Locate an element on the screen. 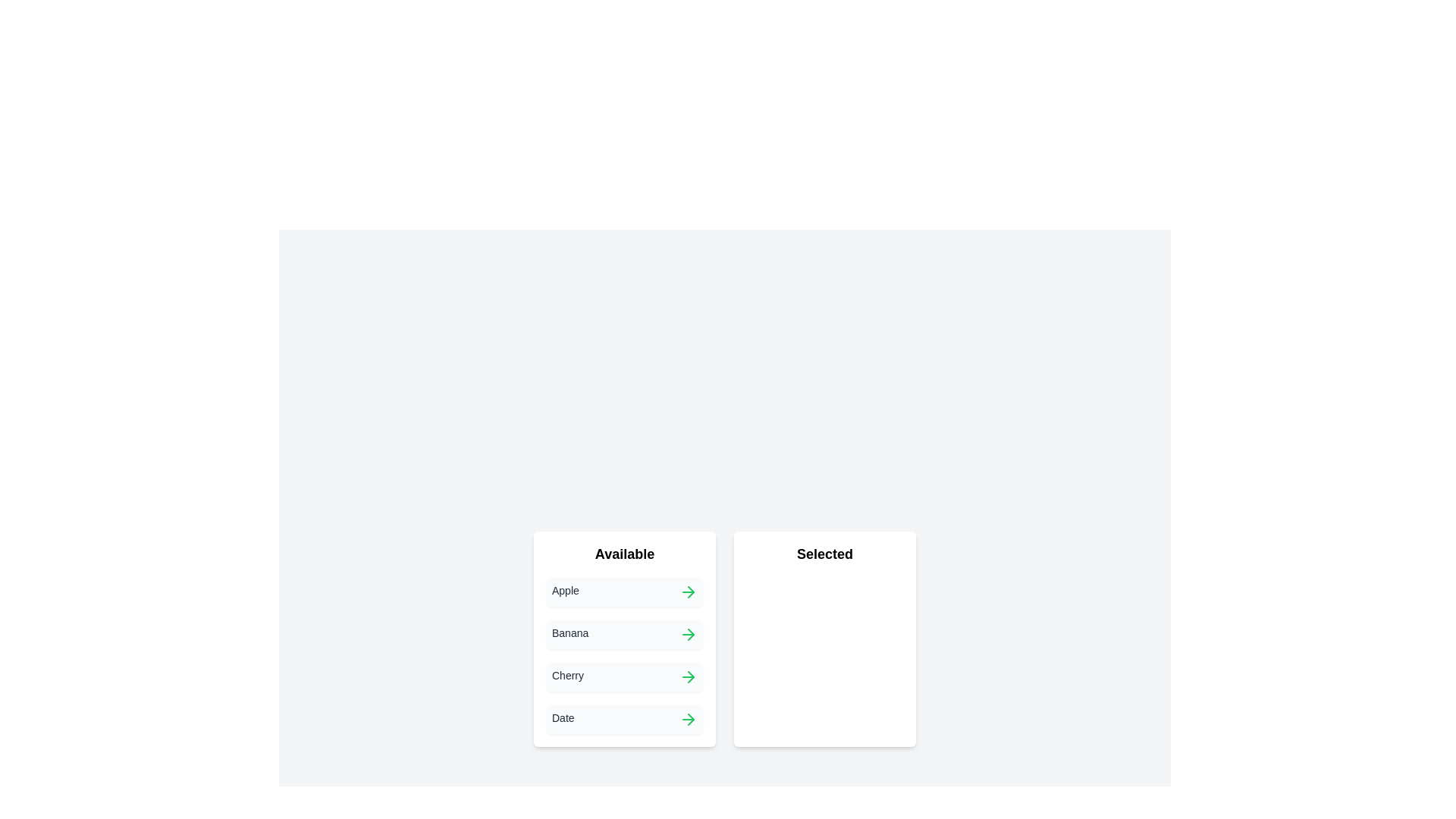 The image size is (1456, 819). the green arrow button next to the item 'Cherry' in the 'Available' list to transfer it to the 'Selected' list is located at coordinates (687, 676).